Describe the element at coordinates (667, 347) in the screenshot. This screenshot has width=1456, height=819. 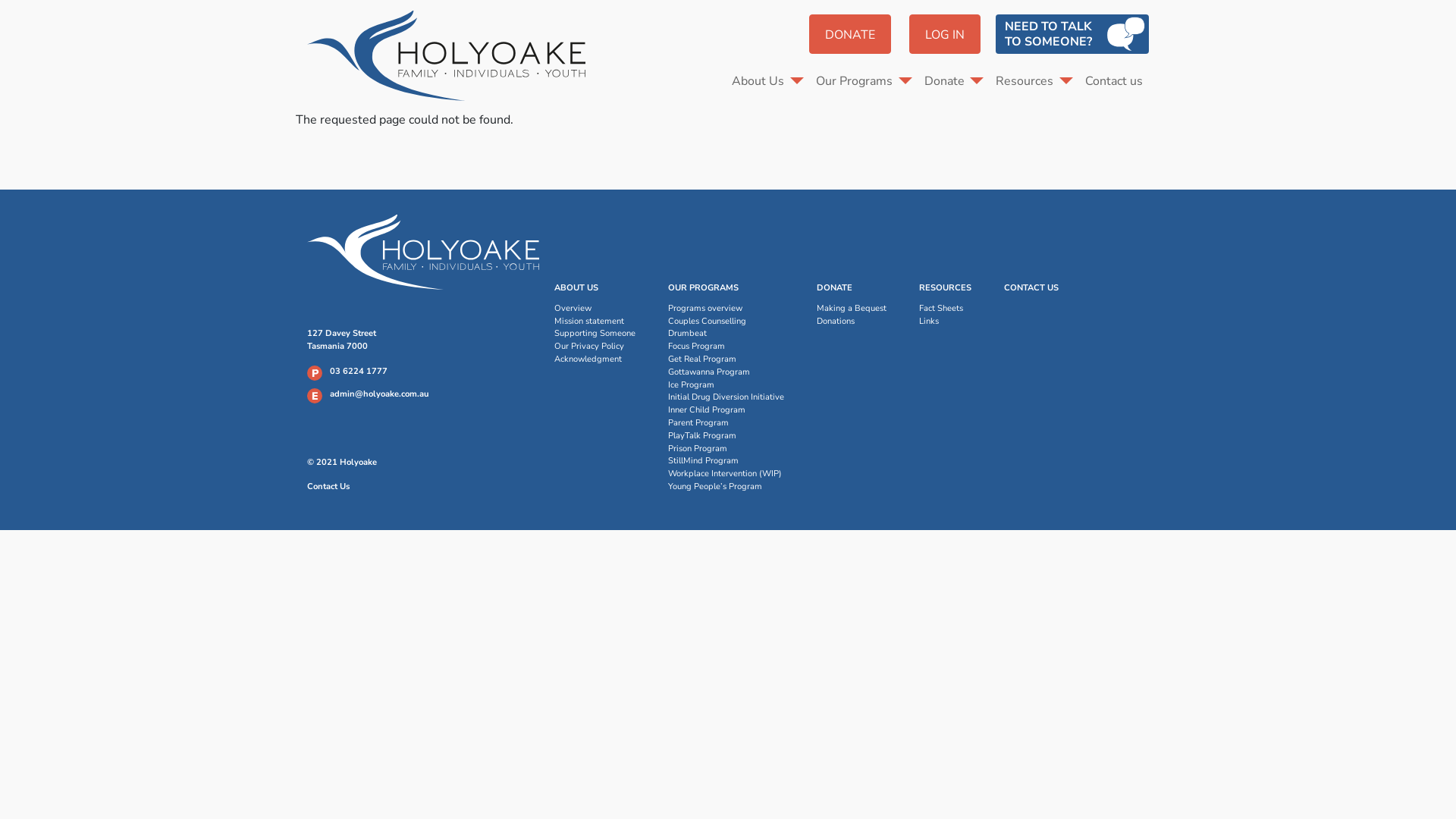
I see `'Focus Program'` at that location.